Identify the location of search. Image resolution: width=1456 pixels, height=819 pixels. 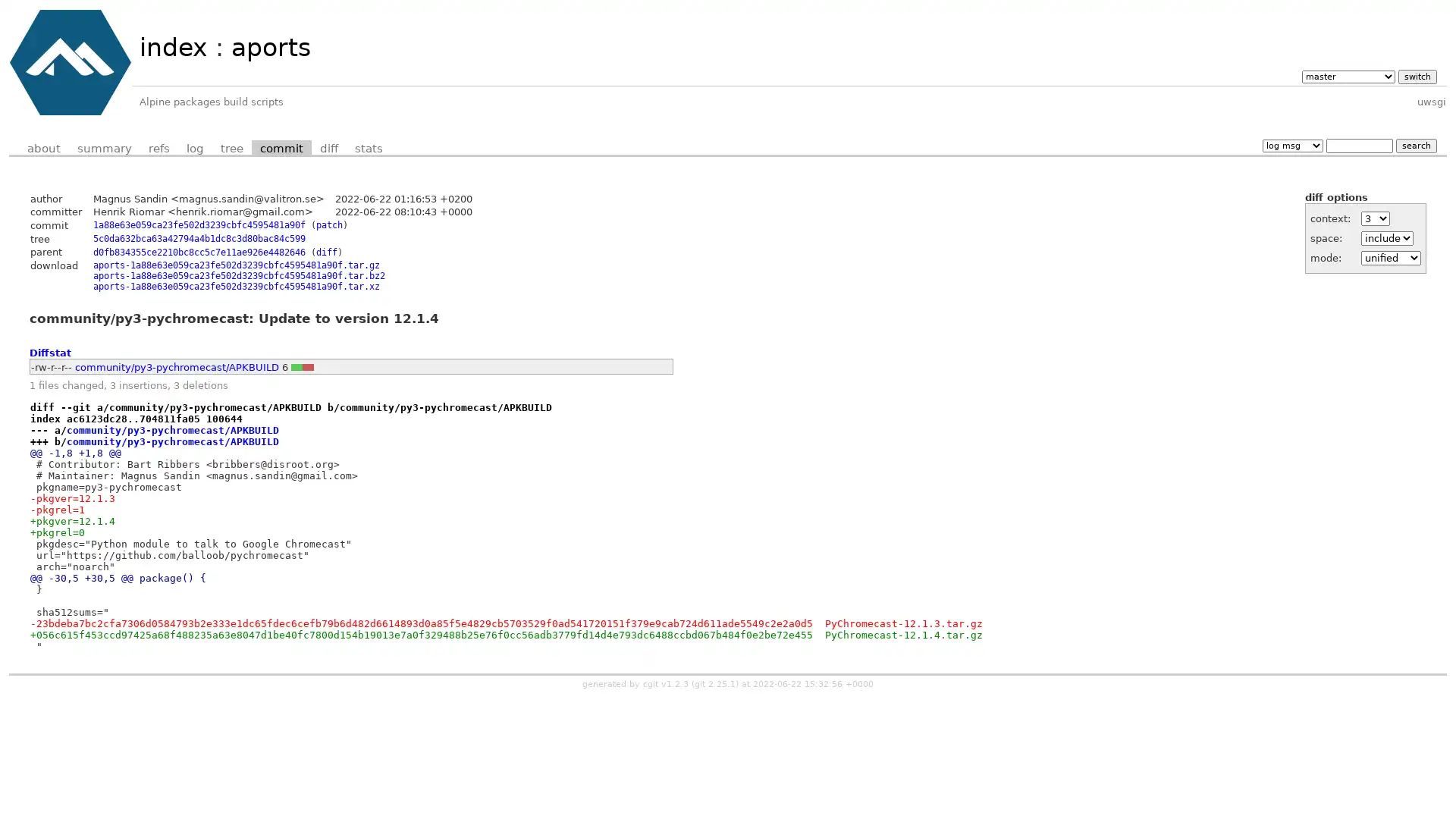
(1415, 145).